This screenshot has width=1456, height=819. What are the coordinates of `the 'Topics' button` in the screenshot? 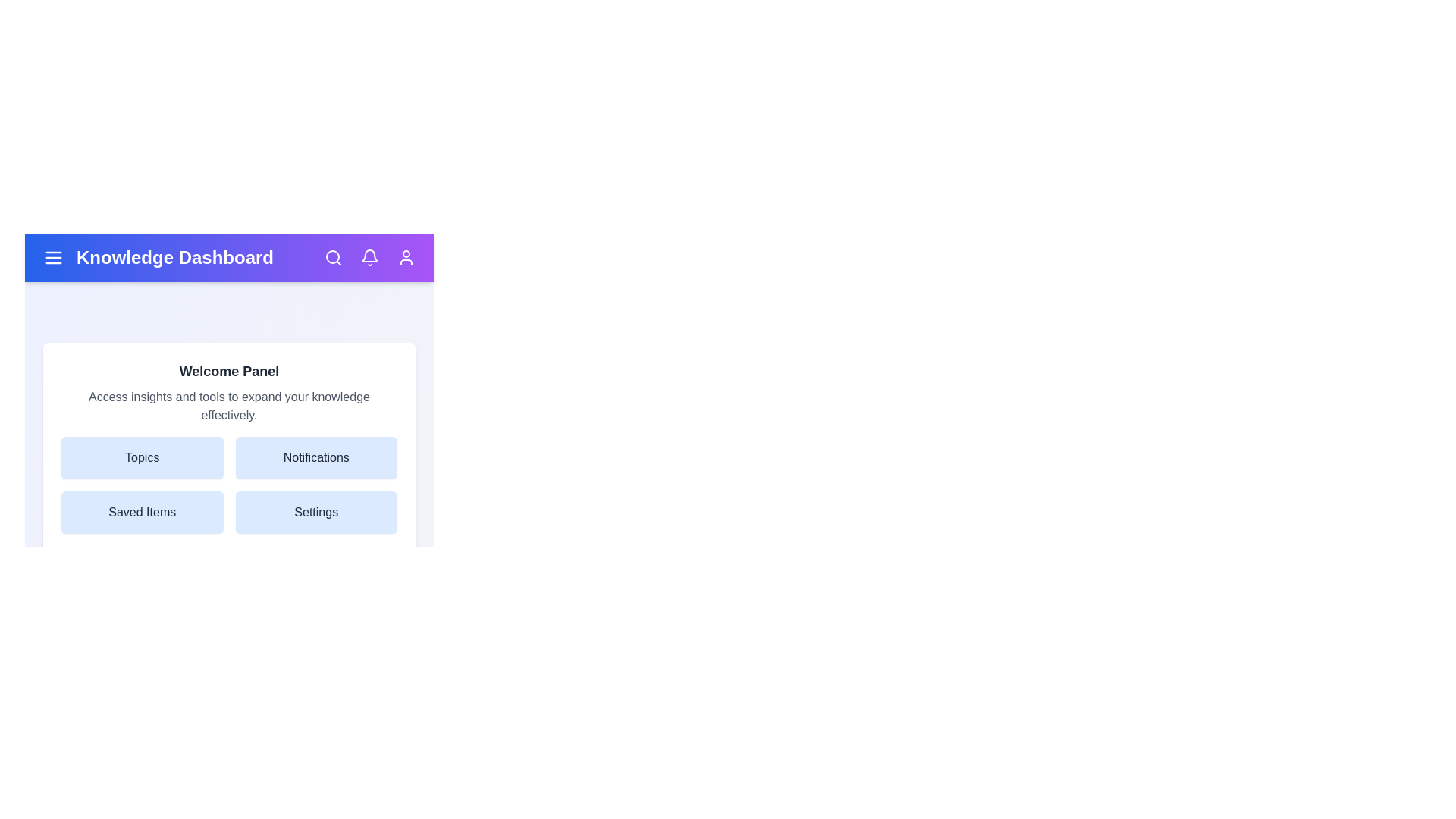 It's located at (142, 457).